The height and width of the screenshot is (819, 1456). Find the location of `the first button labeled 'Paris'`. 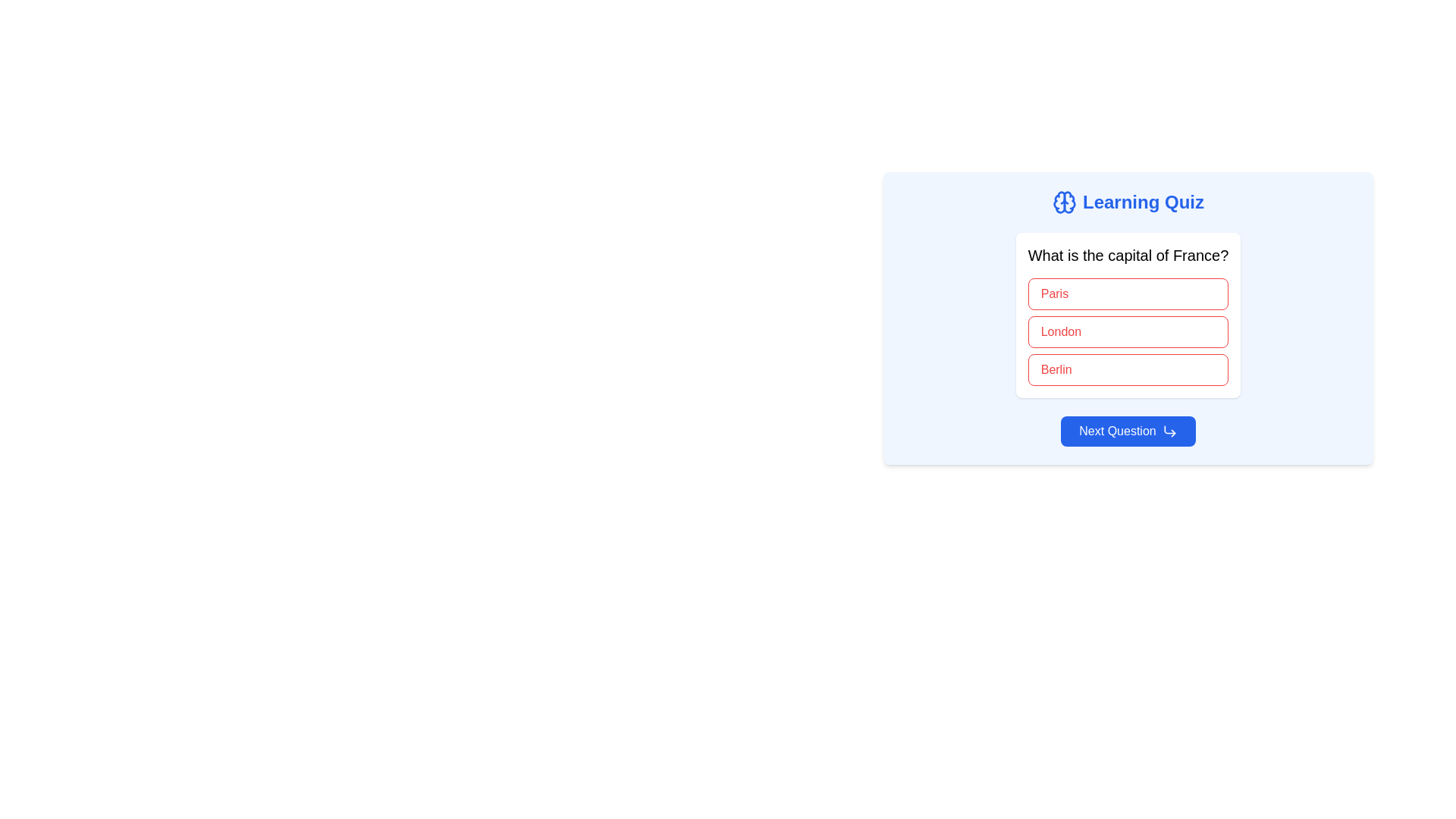

the first button labeled 'Paris' is located at coordinates (1128, 294).